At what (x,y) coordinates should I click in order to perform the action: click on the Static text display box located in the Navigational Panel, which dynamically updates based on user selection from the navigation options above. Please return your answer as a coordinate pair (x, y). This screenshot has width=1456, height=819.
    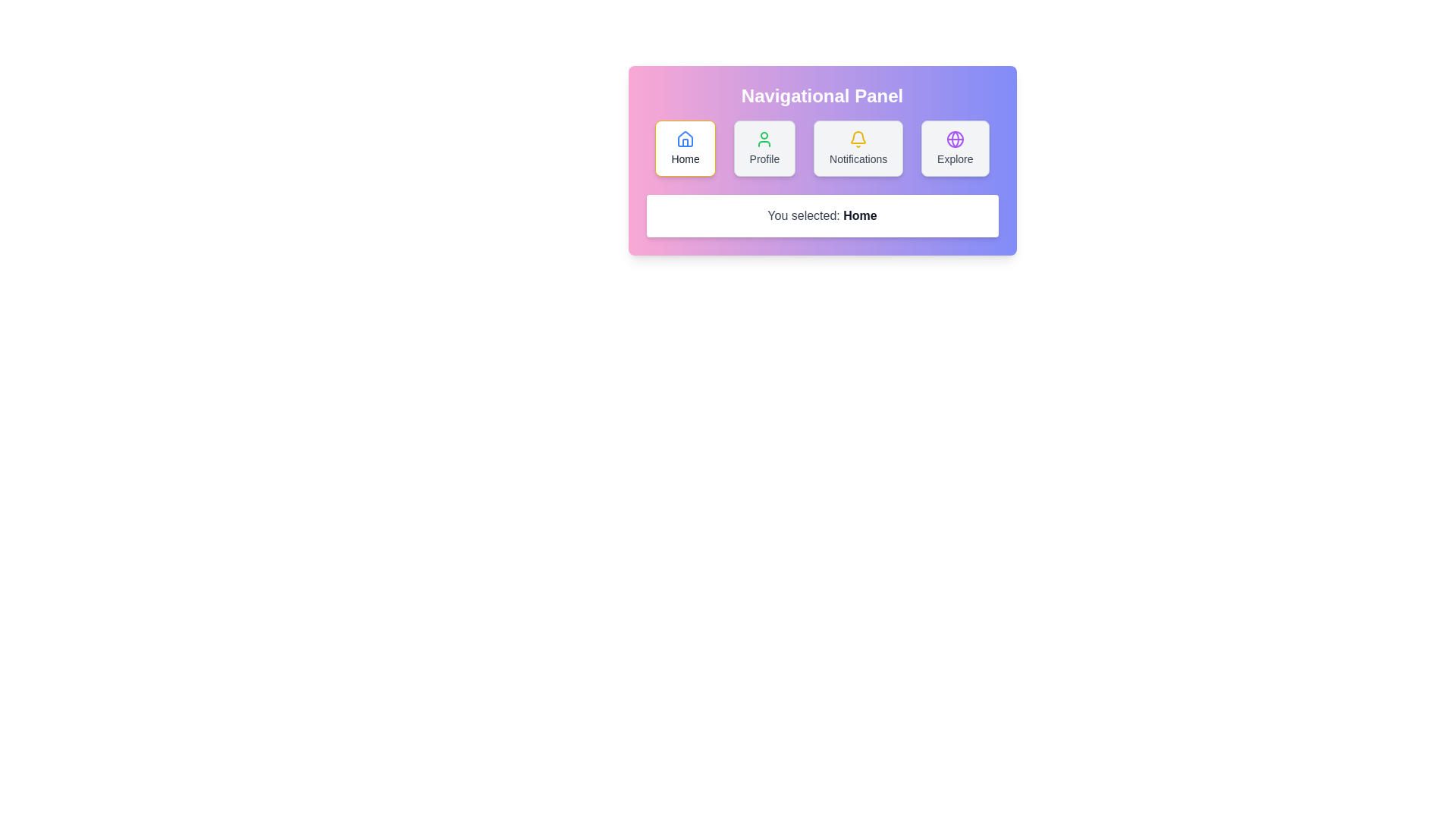
    Looking at the image, I should click on (821, 216).